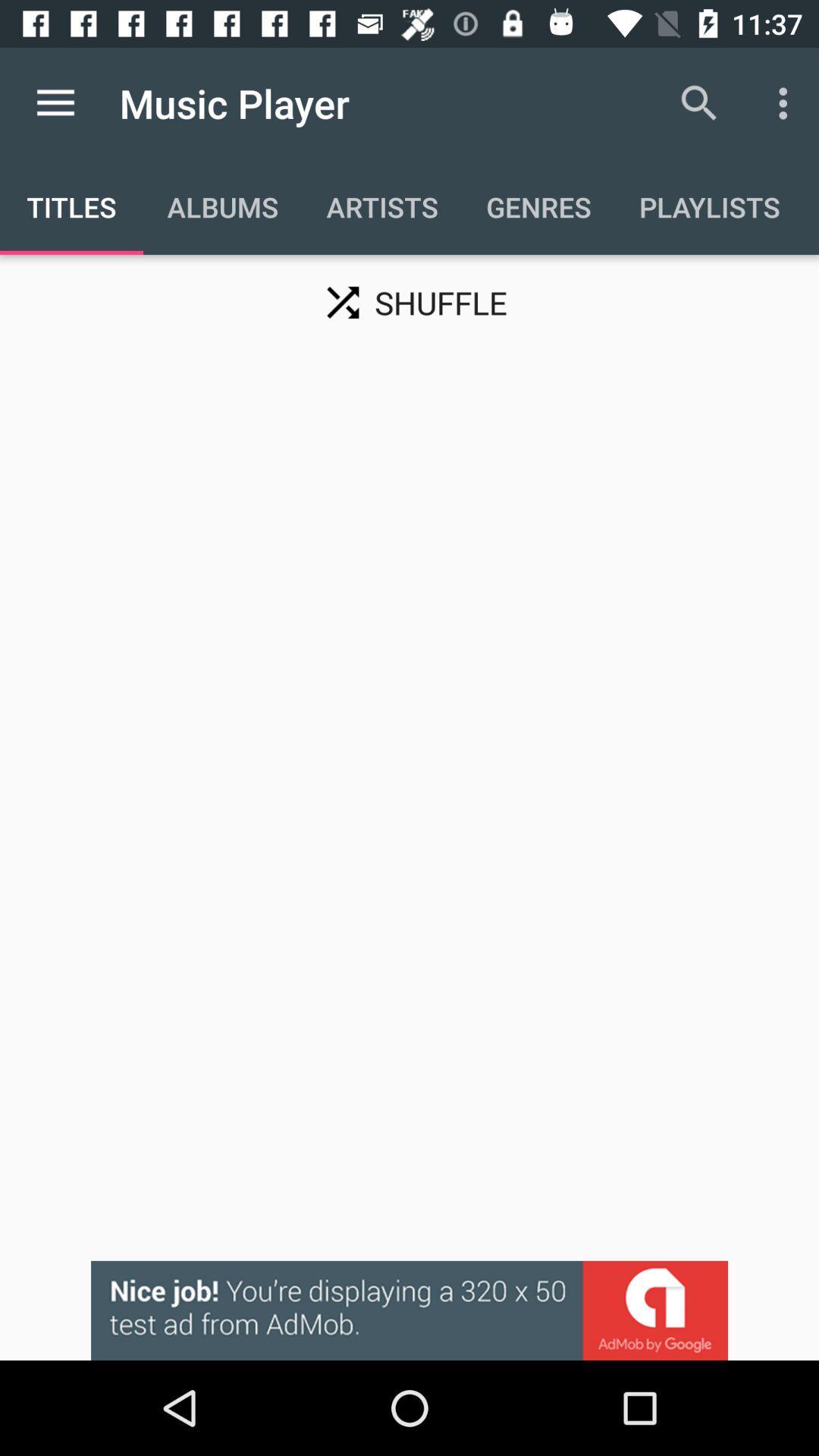  Describe the element at coordinates (409, 1310) in the screenshot. I see `interact with advertisement` at that location.